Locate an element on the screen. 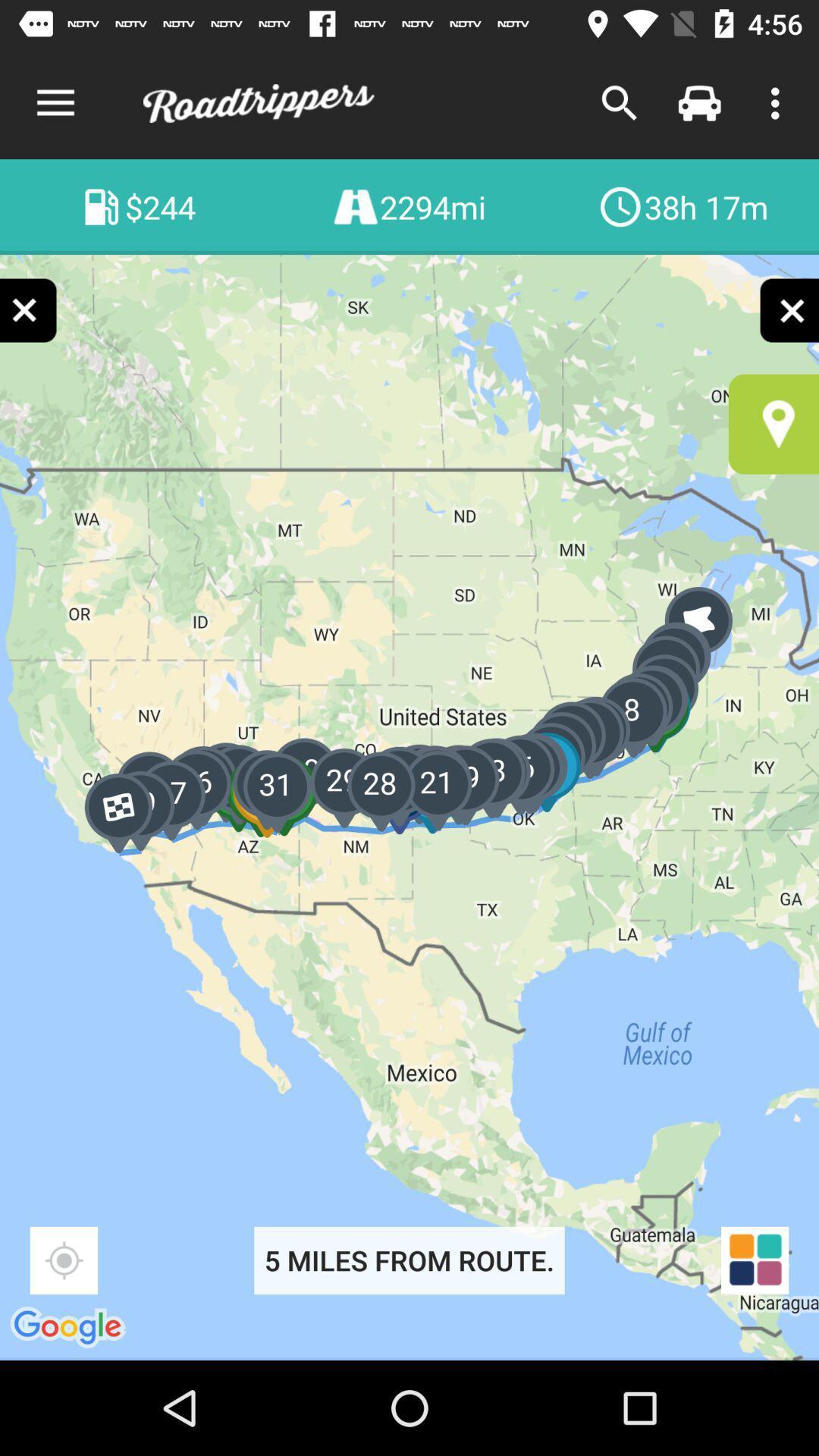 The image size is (819, 1456). the dashboard icon is located at coordinates (755, 1260).